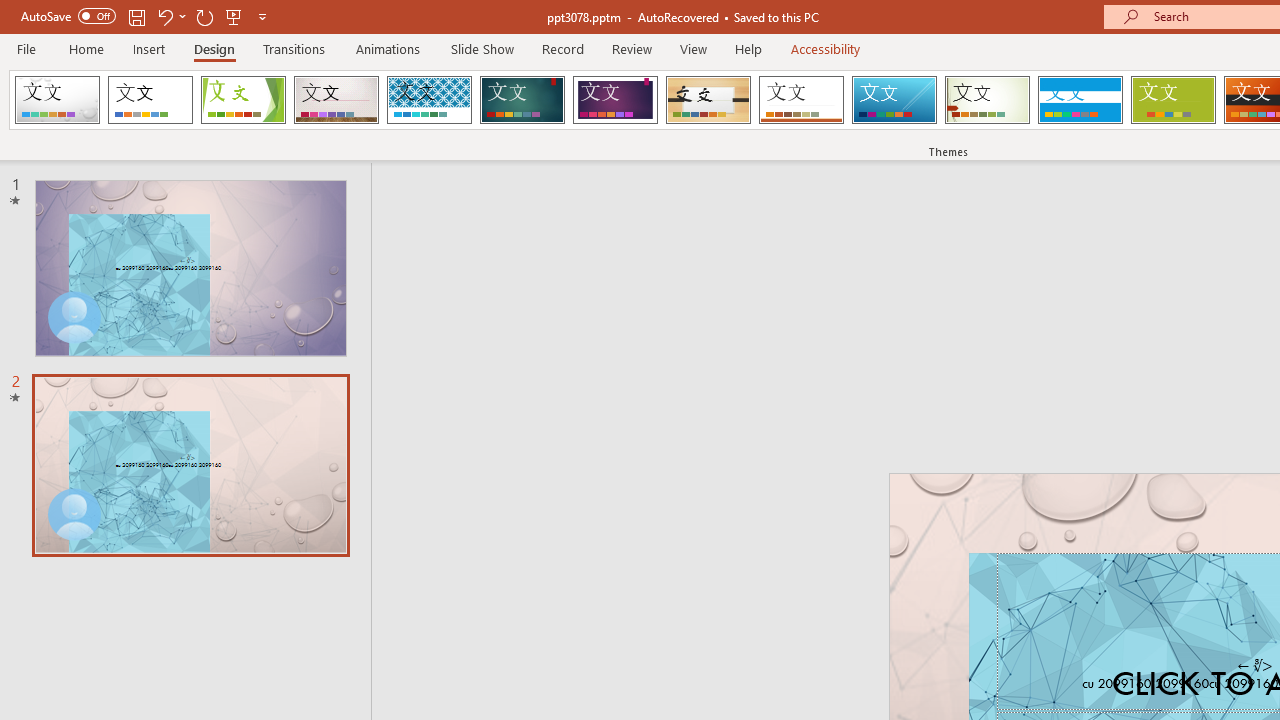  What do you see at coordinates (1079, 100) in the screenshot?
I see `'Banded'` at bounding box center [1079, 100].